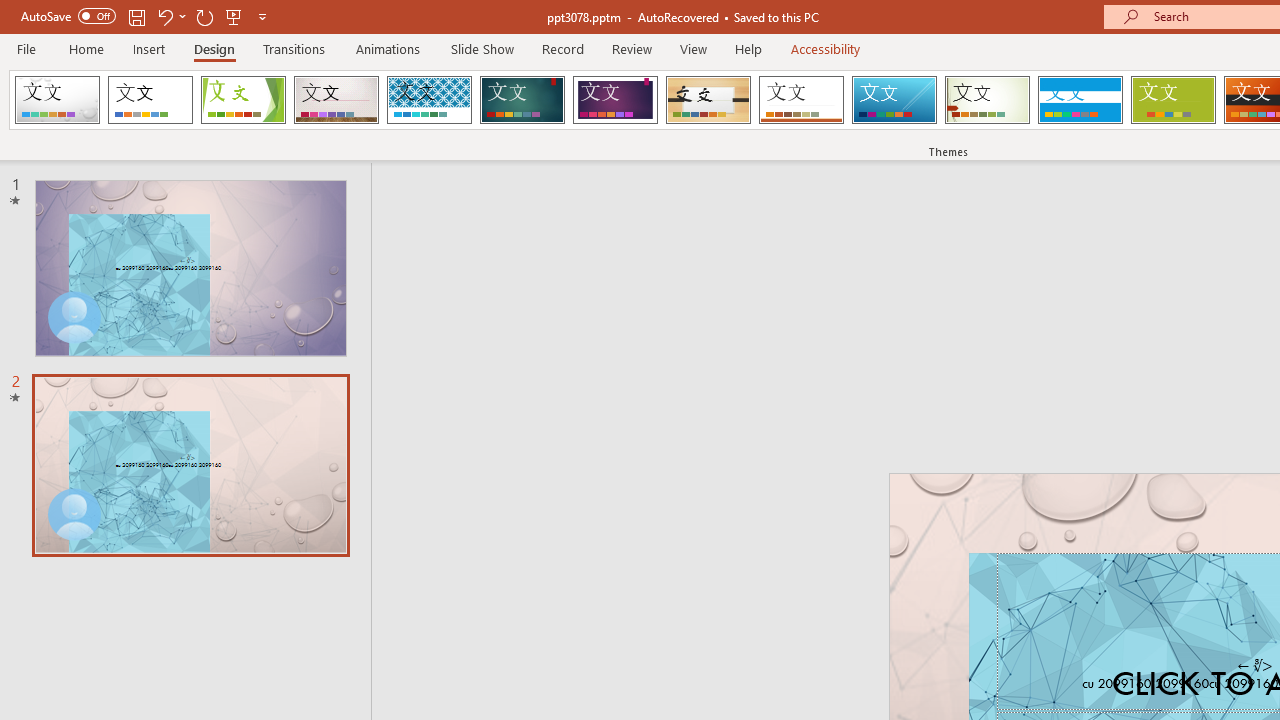  What do you see at coordinates (1079, 100) in the screenshot?
I see `'Banded'` at bounding box center [1079, 100].